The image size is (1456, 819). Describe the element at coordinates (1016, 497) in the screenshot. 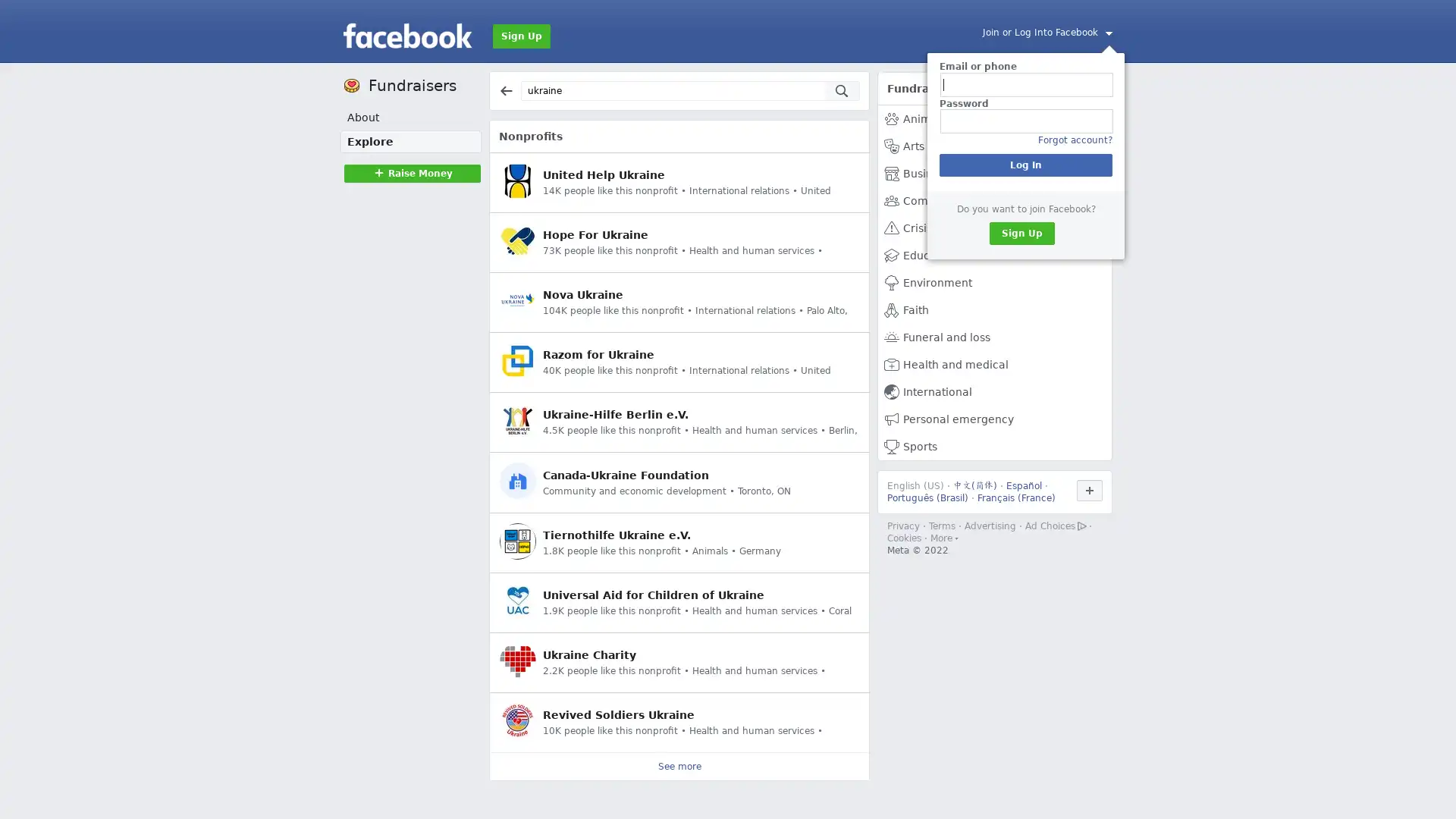

I see `Francais (France)` at that location.